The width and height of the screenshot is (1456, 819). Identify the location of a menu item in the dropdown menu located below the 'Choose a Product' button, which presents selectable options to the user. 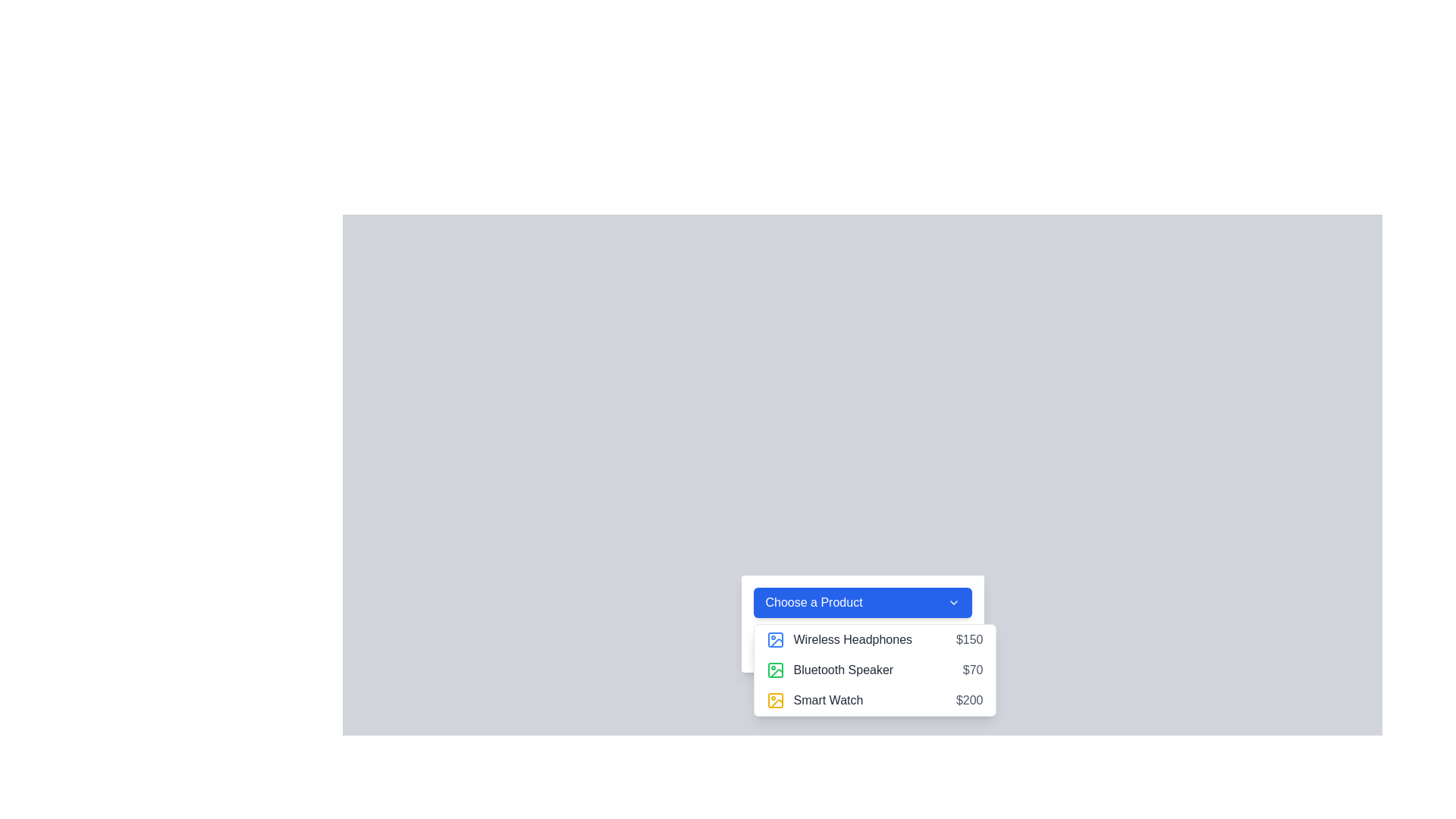
(874, 669).